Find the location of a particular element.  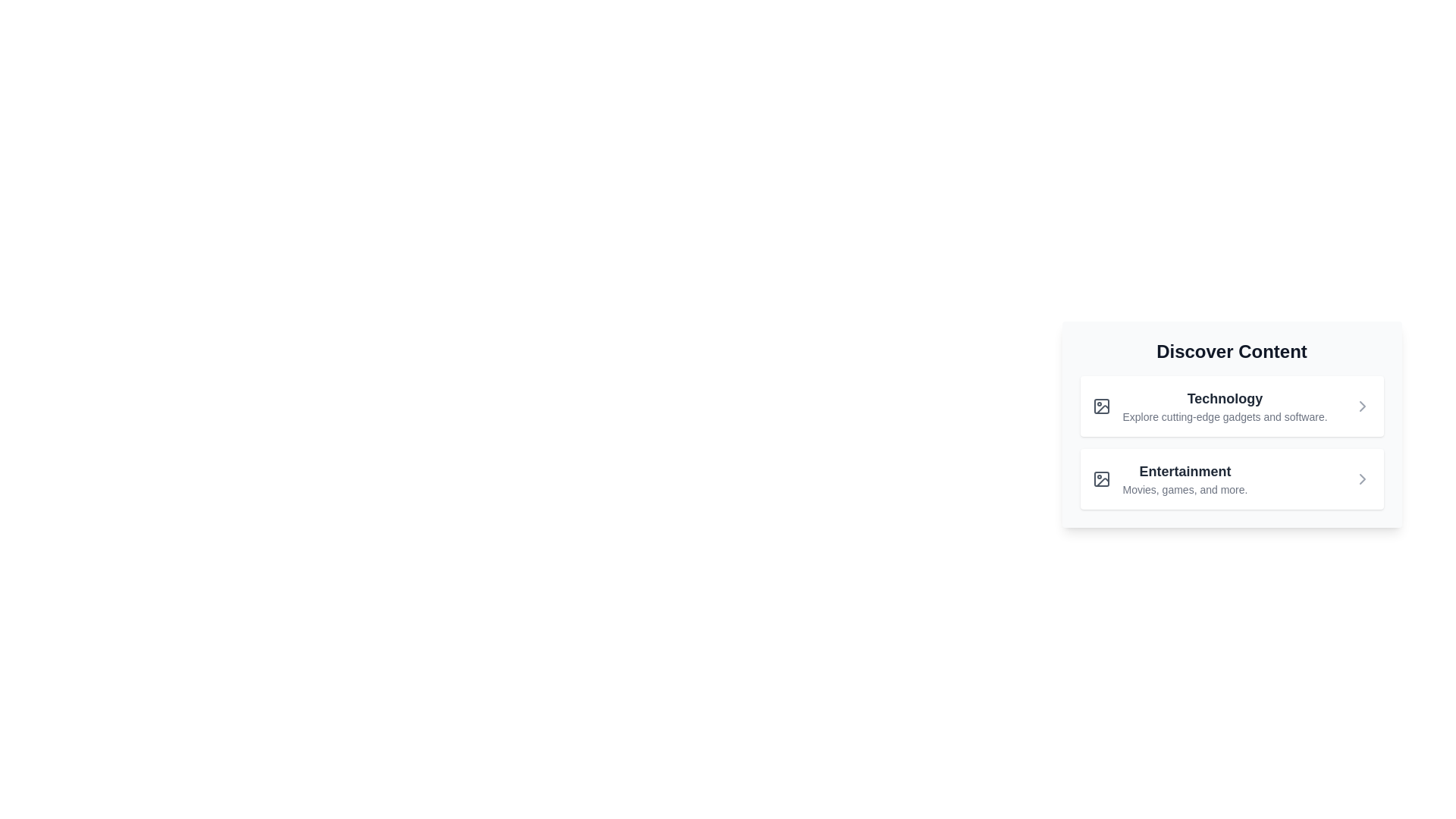

the text label providing supplementary information about the 'Technology' topic, which is located beneath the 'Technology' header in the structured card interface is located at coordinates (1225, 417).